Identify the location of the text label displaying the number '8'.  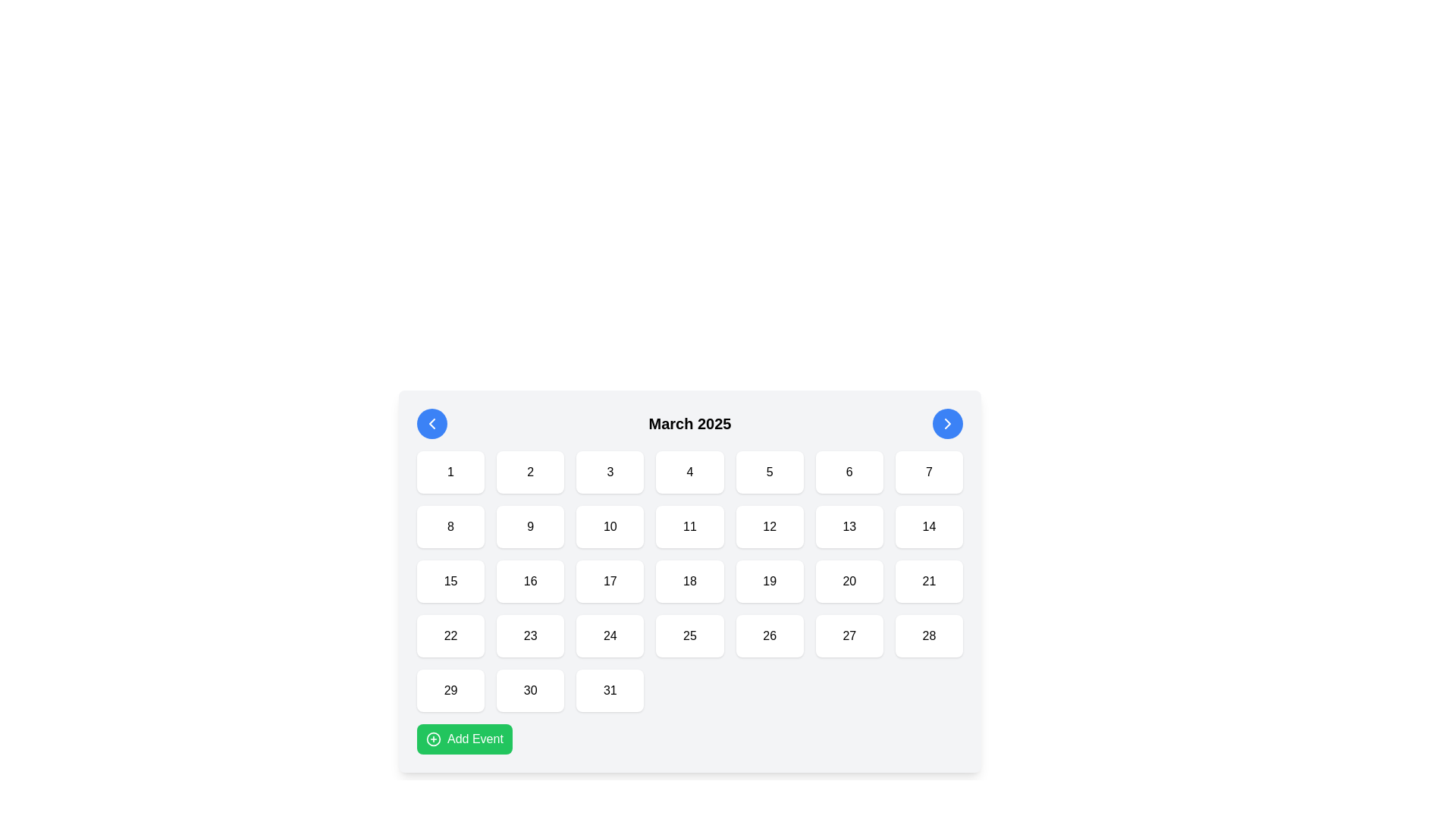
(450, 526).